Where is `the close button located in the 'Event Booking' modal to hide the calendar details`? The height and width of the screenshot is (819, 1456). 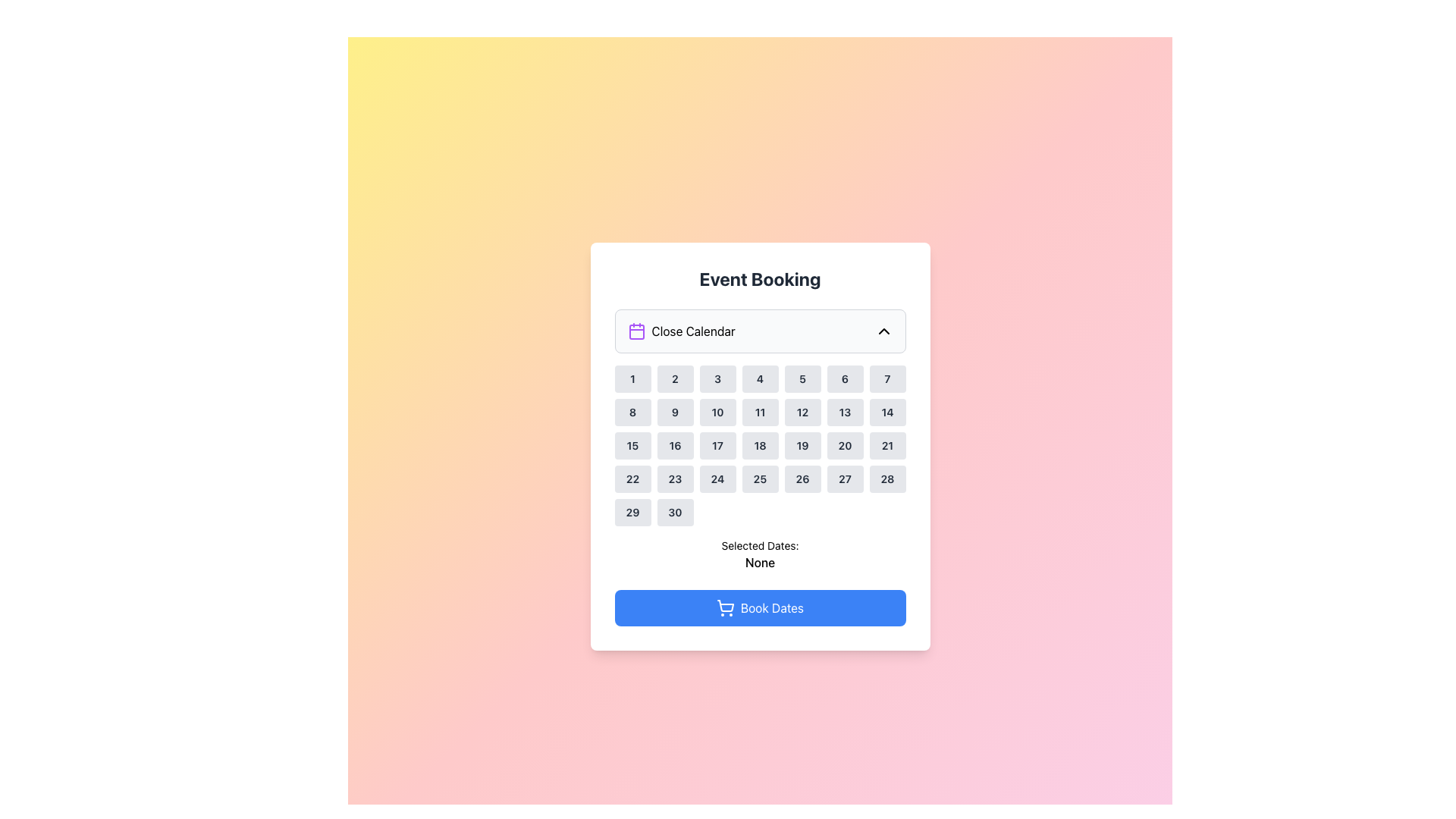 the close button located in the 'Event Booking' modal to hide the calendar details is located at coordinates (760, 330).